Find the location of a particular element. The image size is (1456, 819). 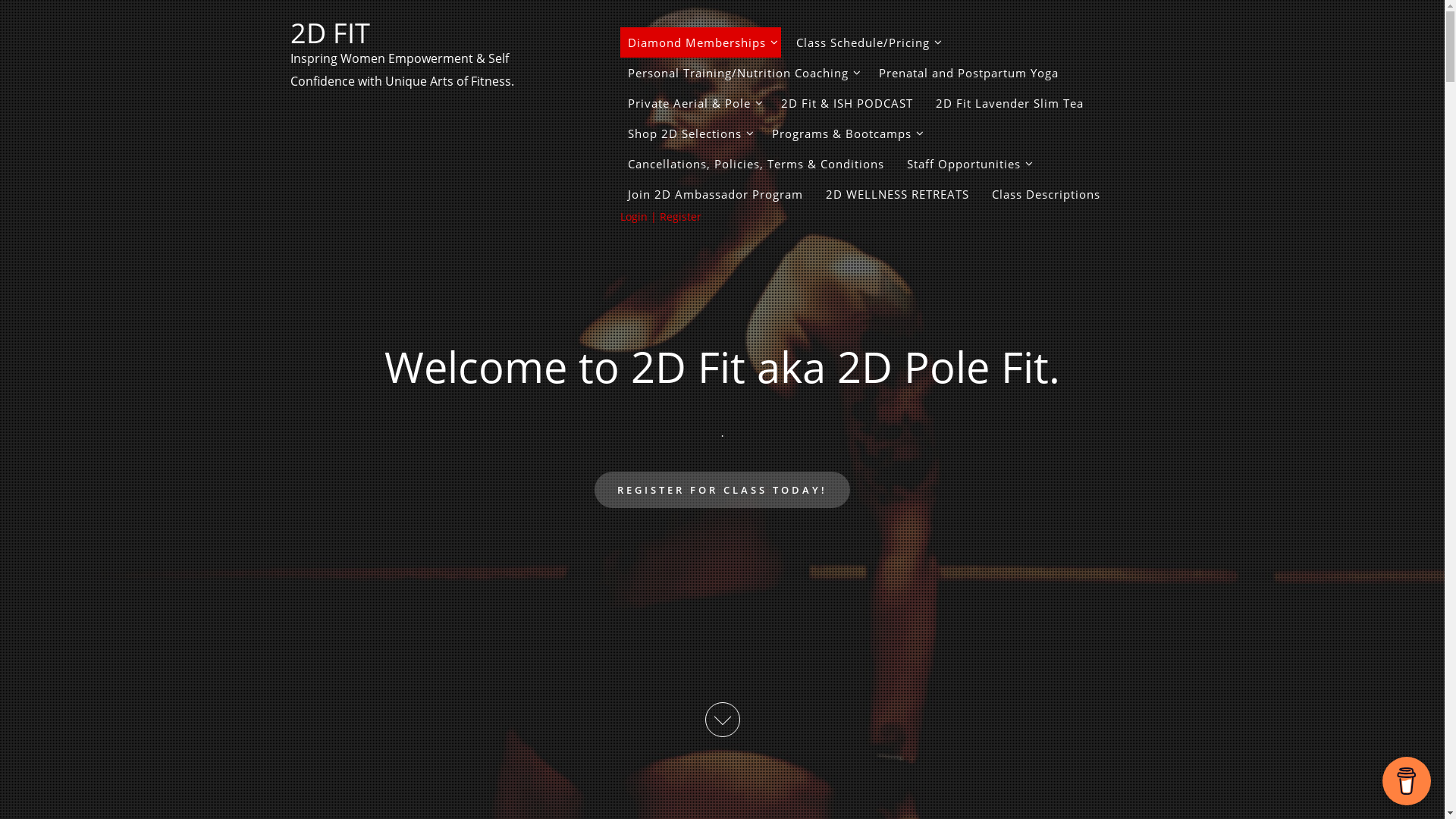

'2D WELLNESS RETREATS' is located at coordinates (817, 193).